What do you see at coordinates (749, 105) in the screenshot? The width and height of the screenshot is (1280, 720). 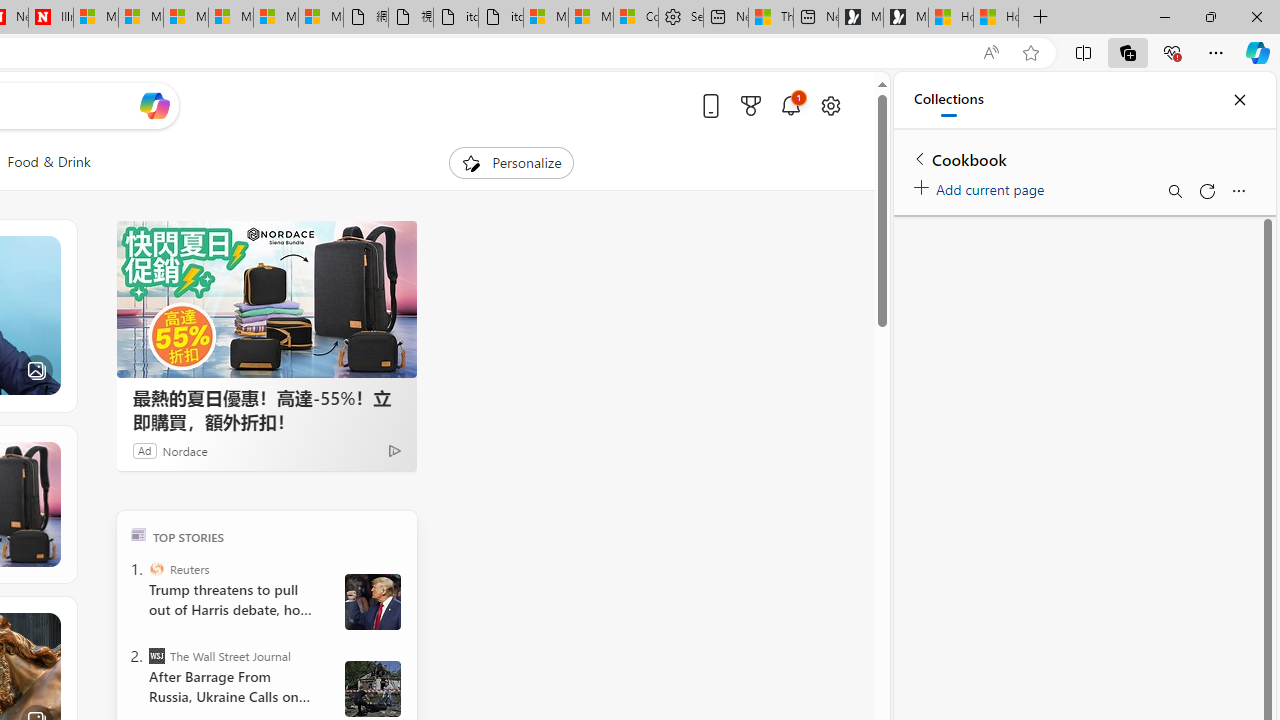 I see `'Microsoft rewards'` at bounding box center [749, 105].